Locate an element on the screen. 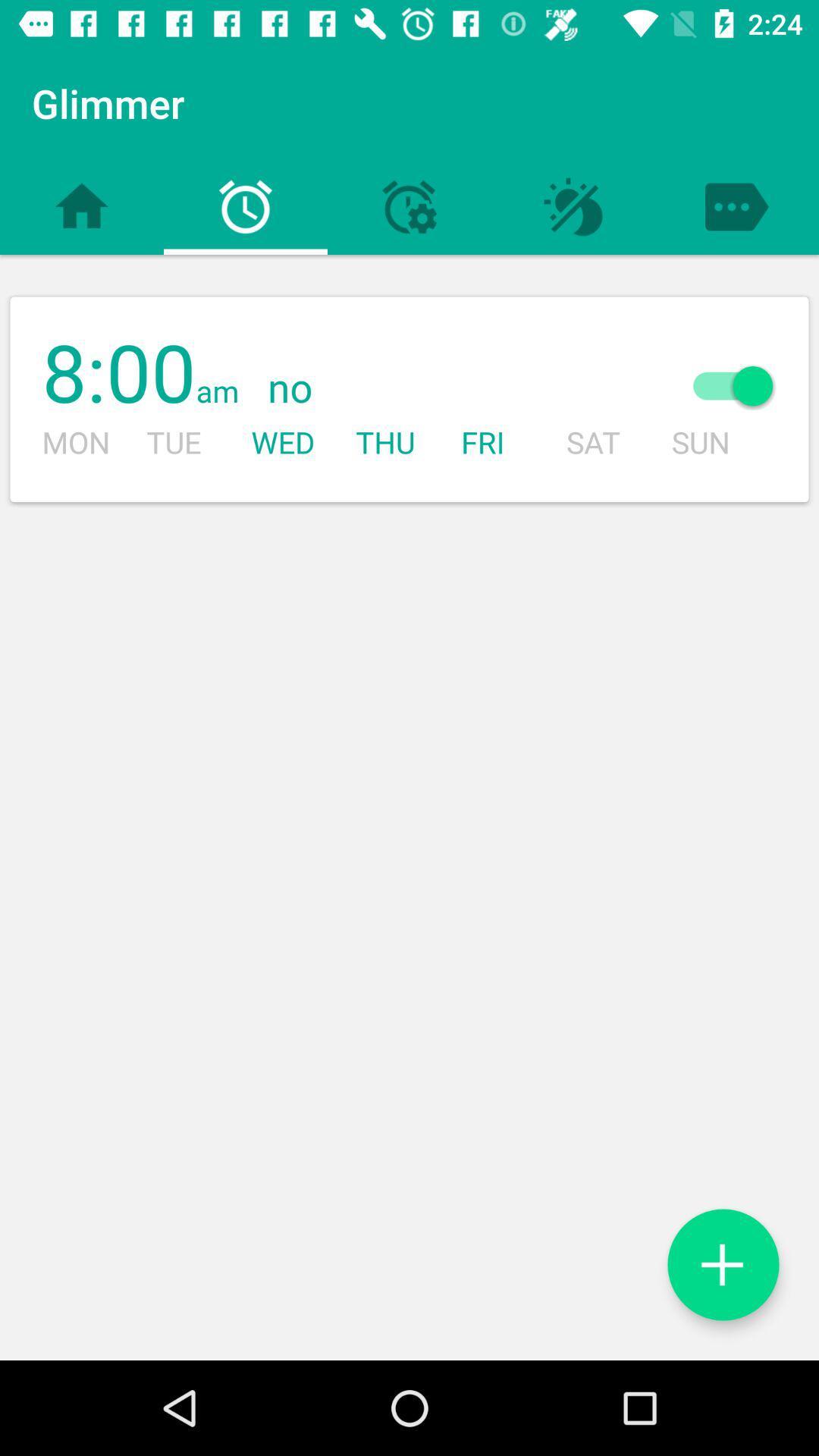 The height and width of the screenshot is (1456, 819). the icon to the left of the sun icon is located at coordinates (444, 389).